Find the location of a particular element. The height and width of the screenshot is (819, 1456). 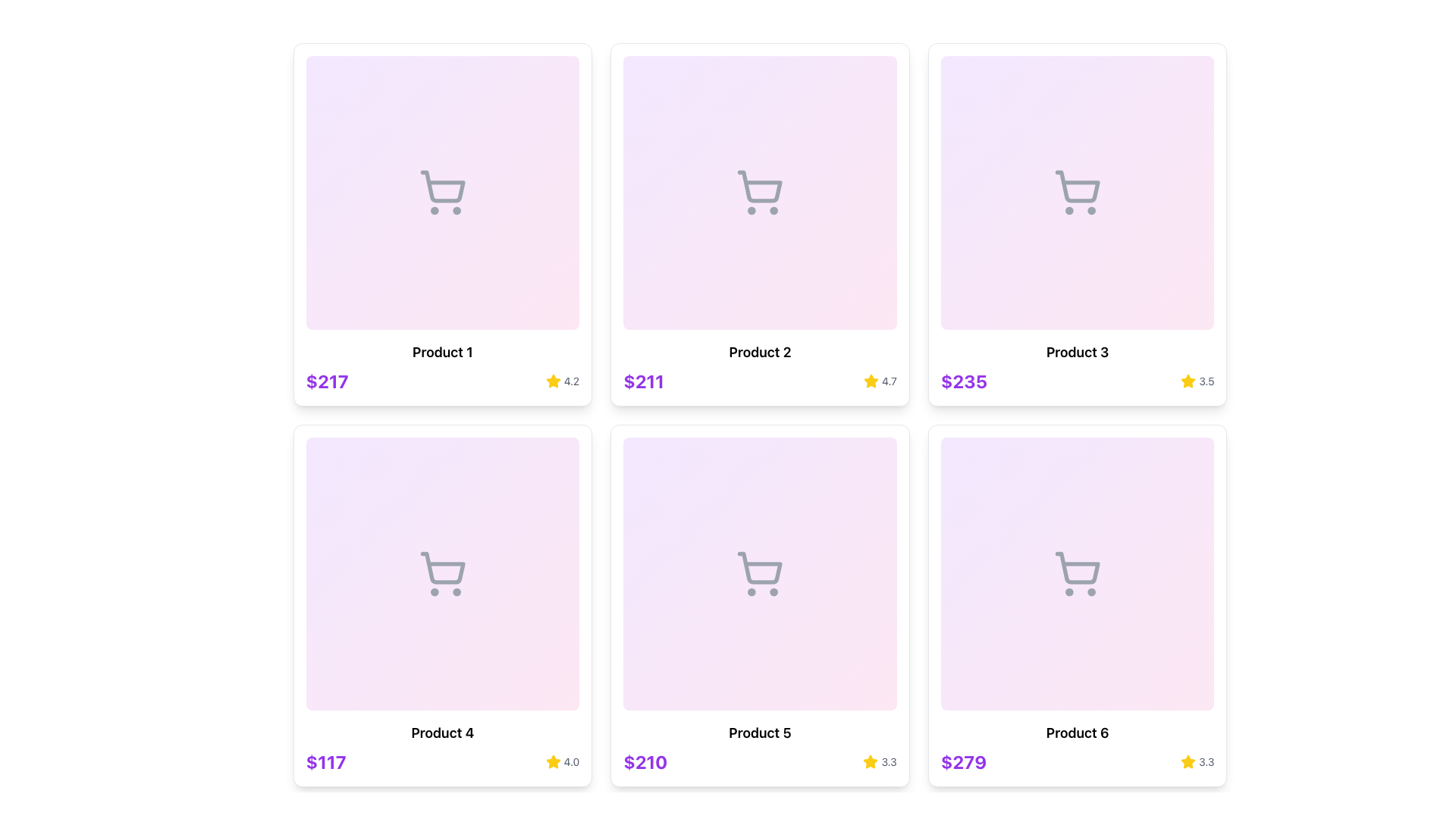

the yellow star-shaped rating icon is located at coordinates (871, 762).